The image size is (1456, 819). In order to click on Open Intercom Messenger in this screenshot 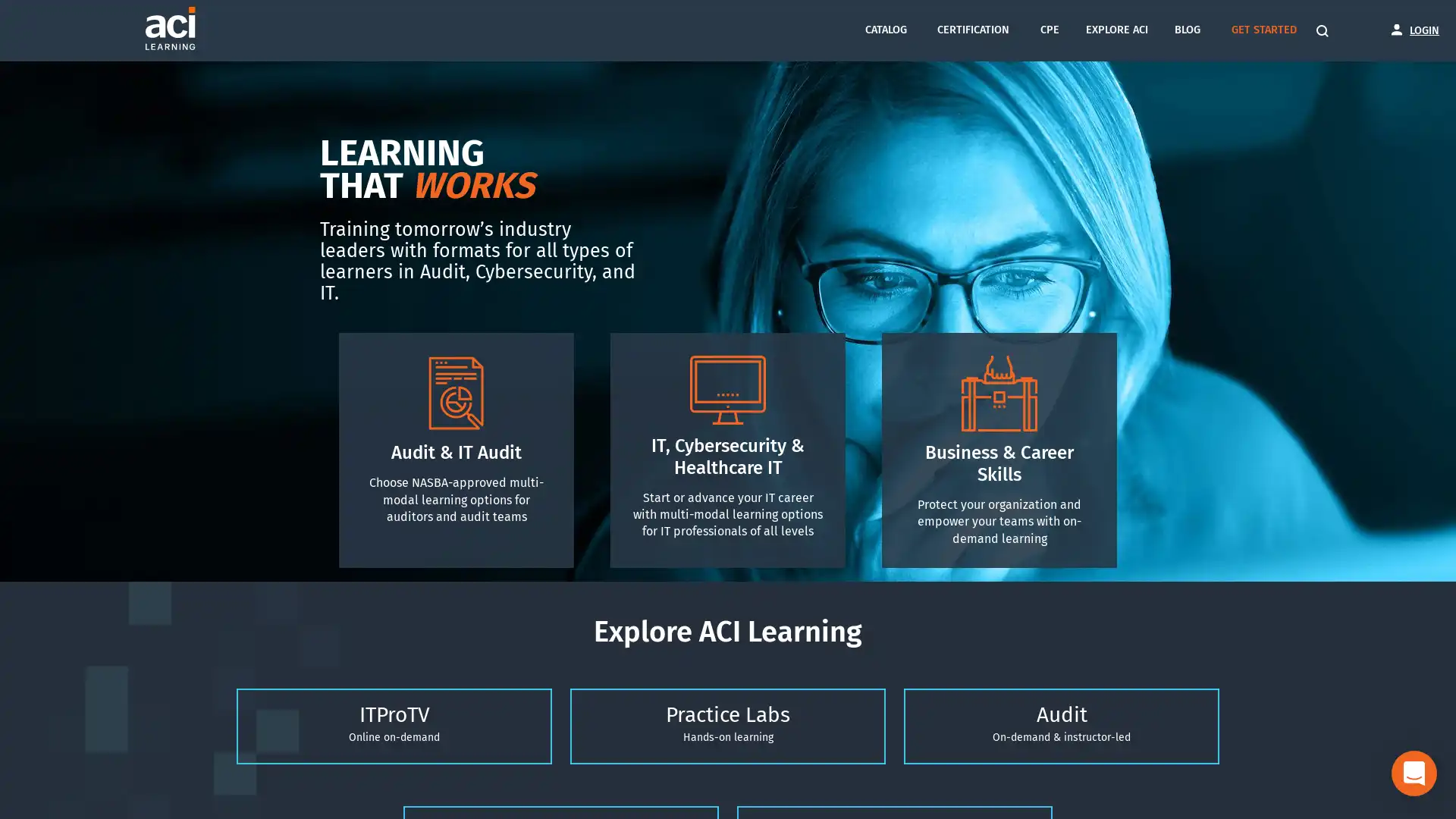, I will do `click(1414, 773)`.